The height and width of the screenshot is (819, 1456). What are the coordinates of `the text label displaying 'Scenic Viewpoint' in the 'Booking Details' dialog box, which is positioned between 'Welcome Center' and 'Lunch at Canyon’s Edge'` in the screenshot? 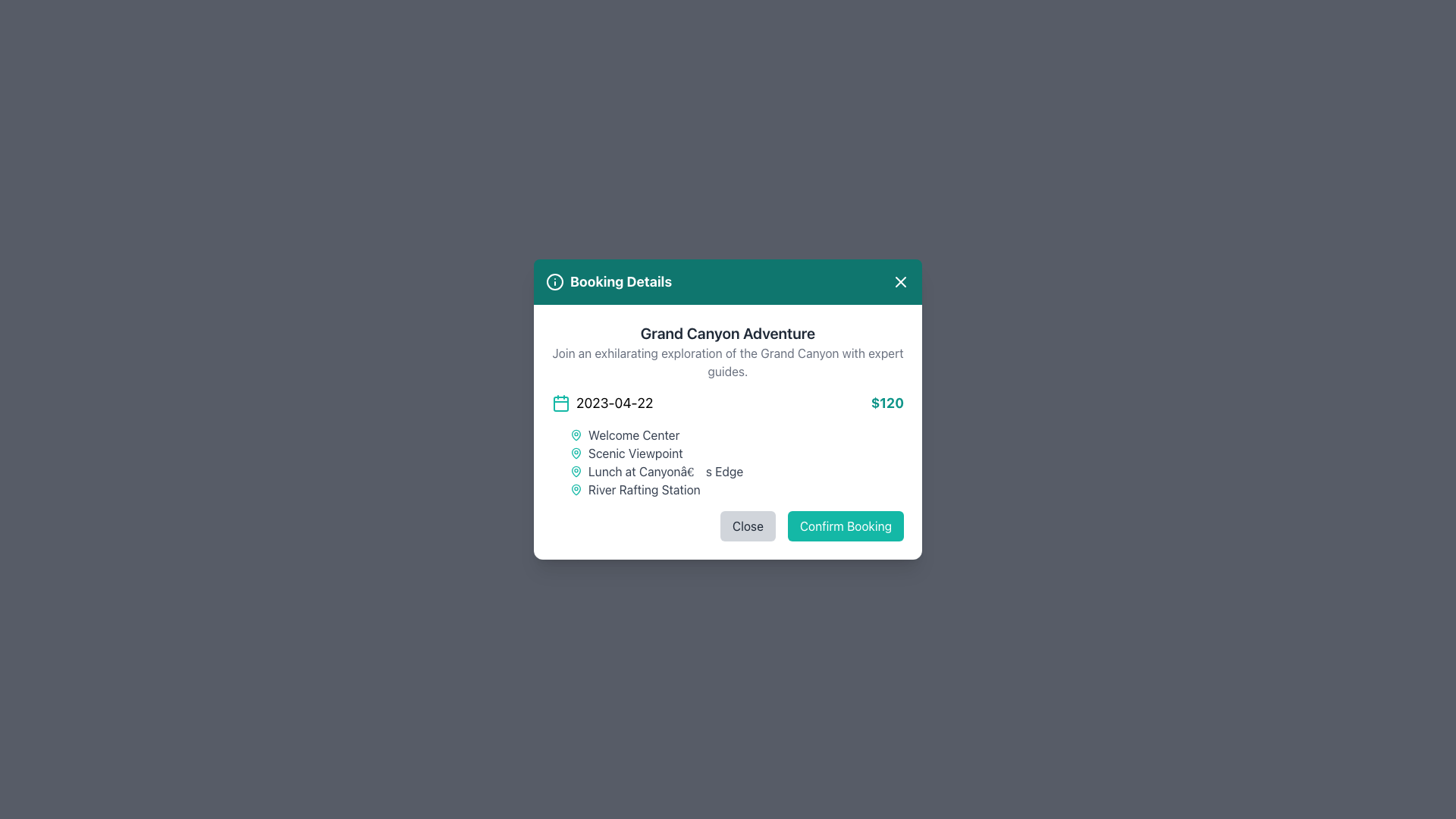 It's located at (635, 452).